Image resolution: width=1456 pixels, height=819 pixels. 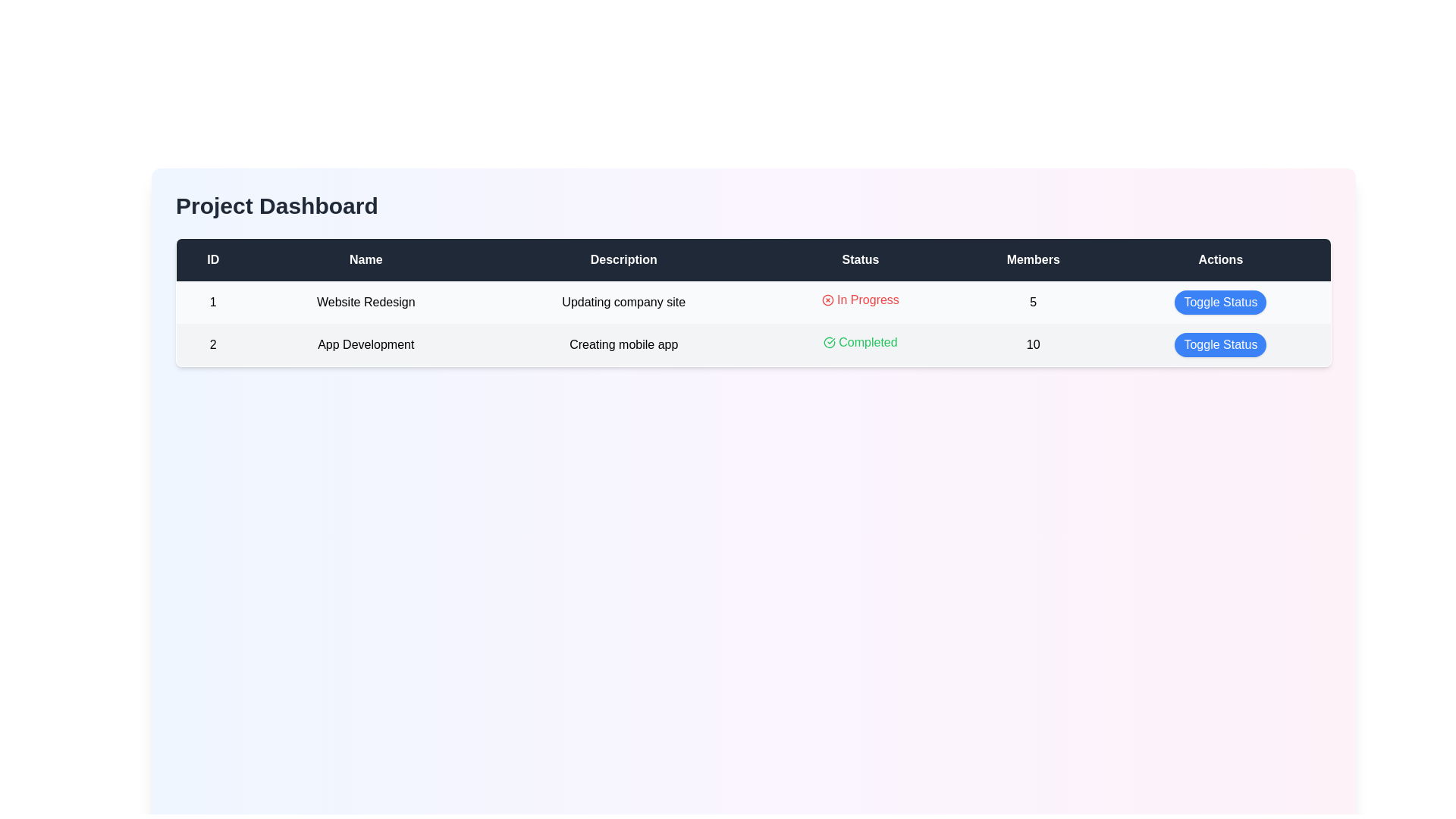 What do you see at coordinates (1221, 259) in the screenshot?
I see `the 'Actions' text label, which is a bold white font on a dark background, located in the rightmost position of the table header` at bounding box center [1221, 259].